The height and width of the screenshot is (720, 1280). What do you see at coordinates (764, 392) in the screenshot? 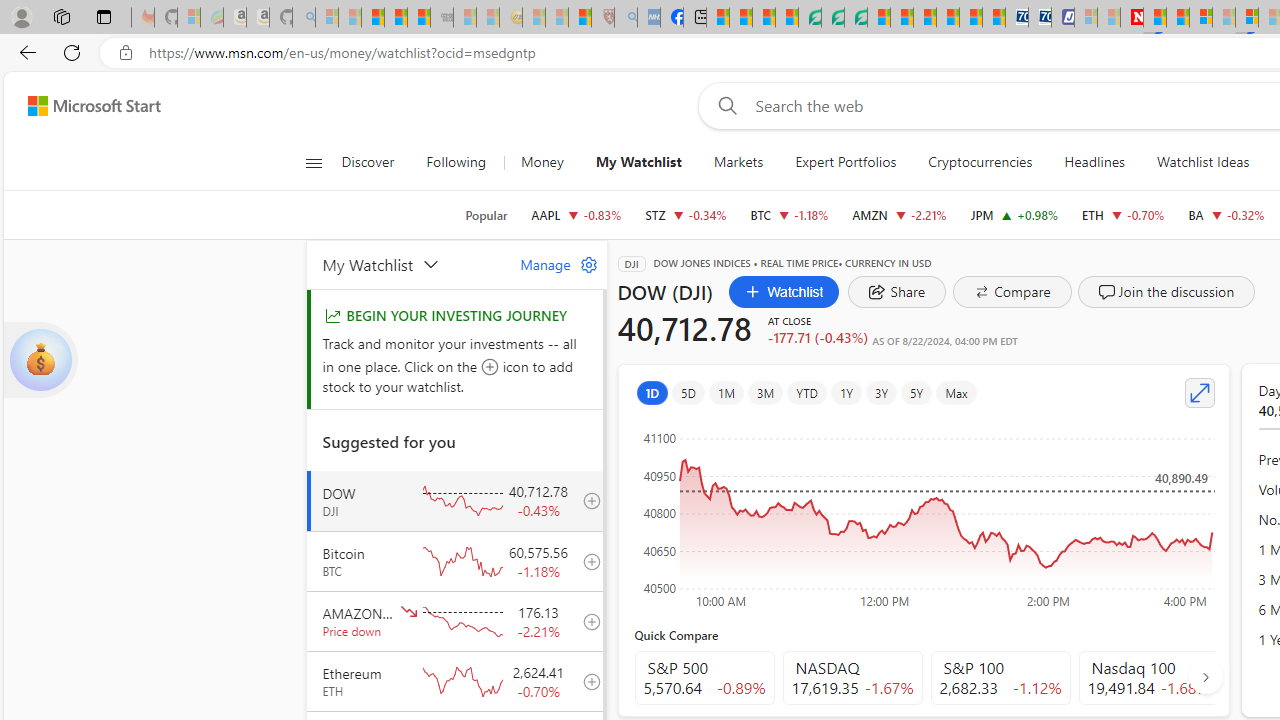
I see `'3M'` at bounding box center [764, 392].